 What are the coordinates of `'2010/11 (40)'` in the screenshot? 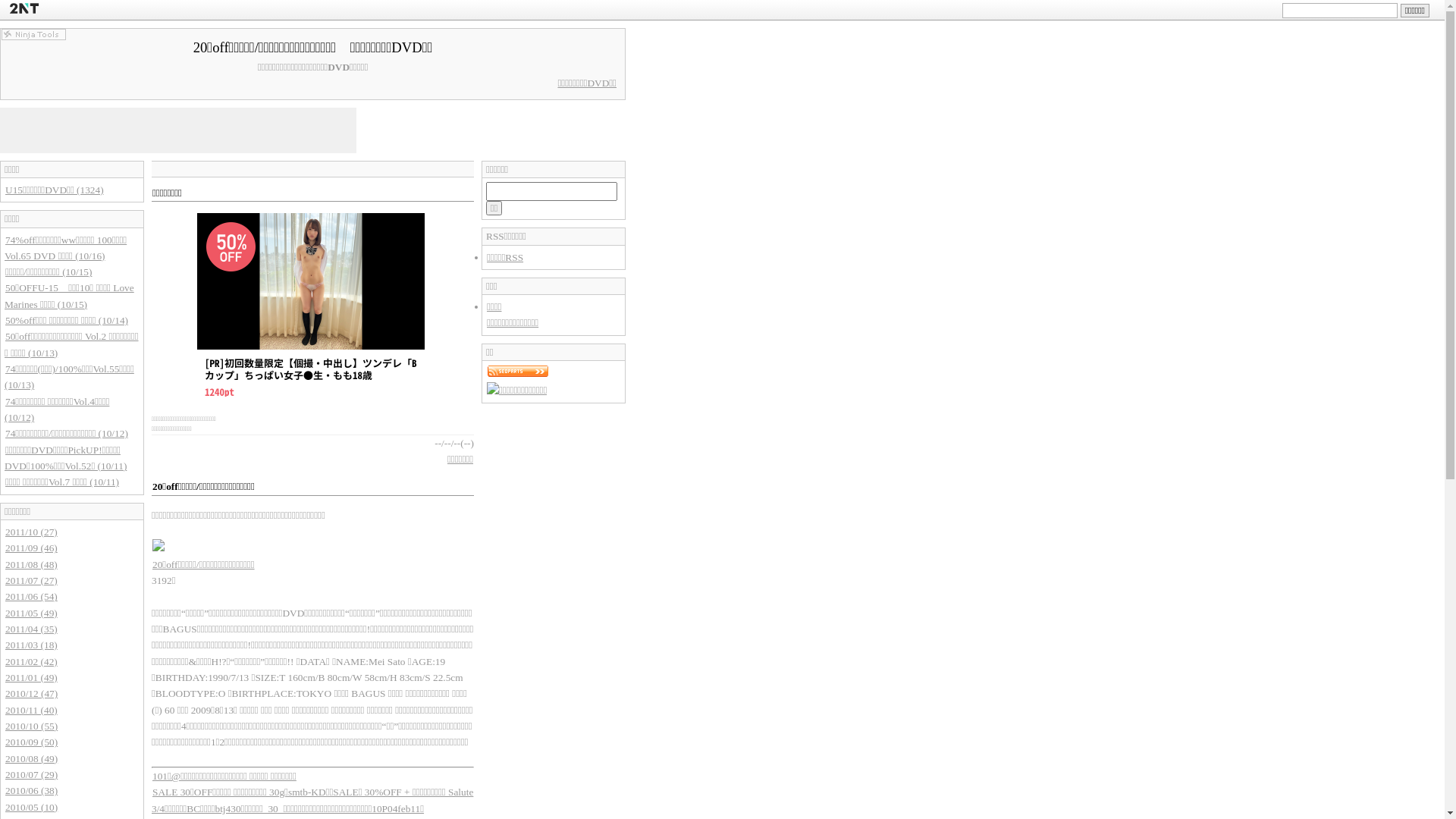 It's located at (31, 710).